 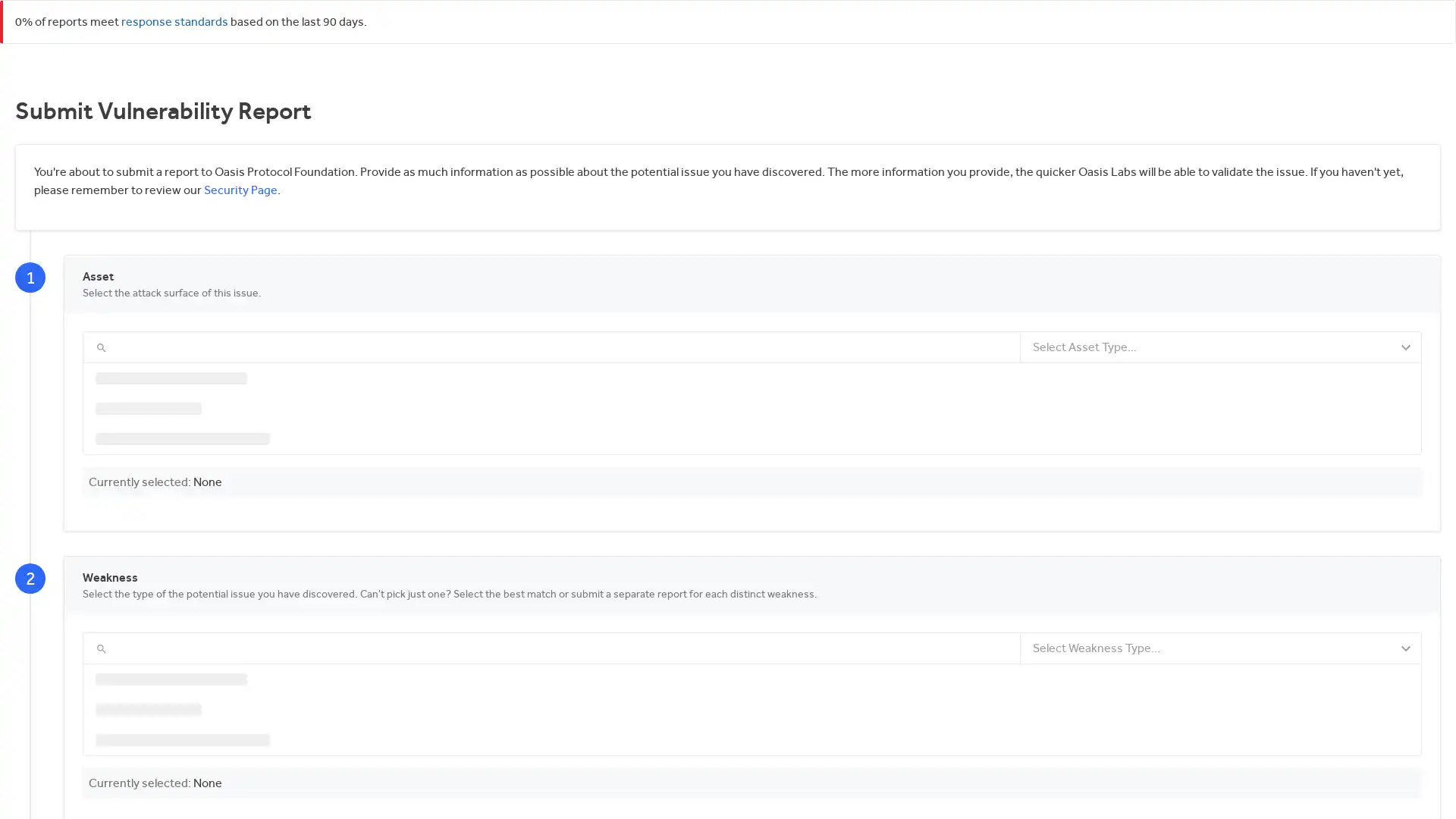 I want to click on Not in Scope Other, so click(x=752, y=723).